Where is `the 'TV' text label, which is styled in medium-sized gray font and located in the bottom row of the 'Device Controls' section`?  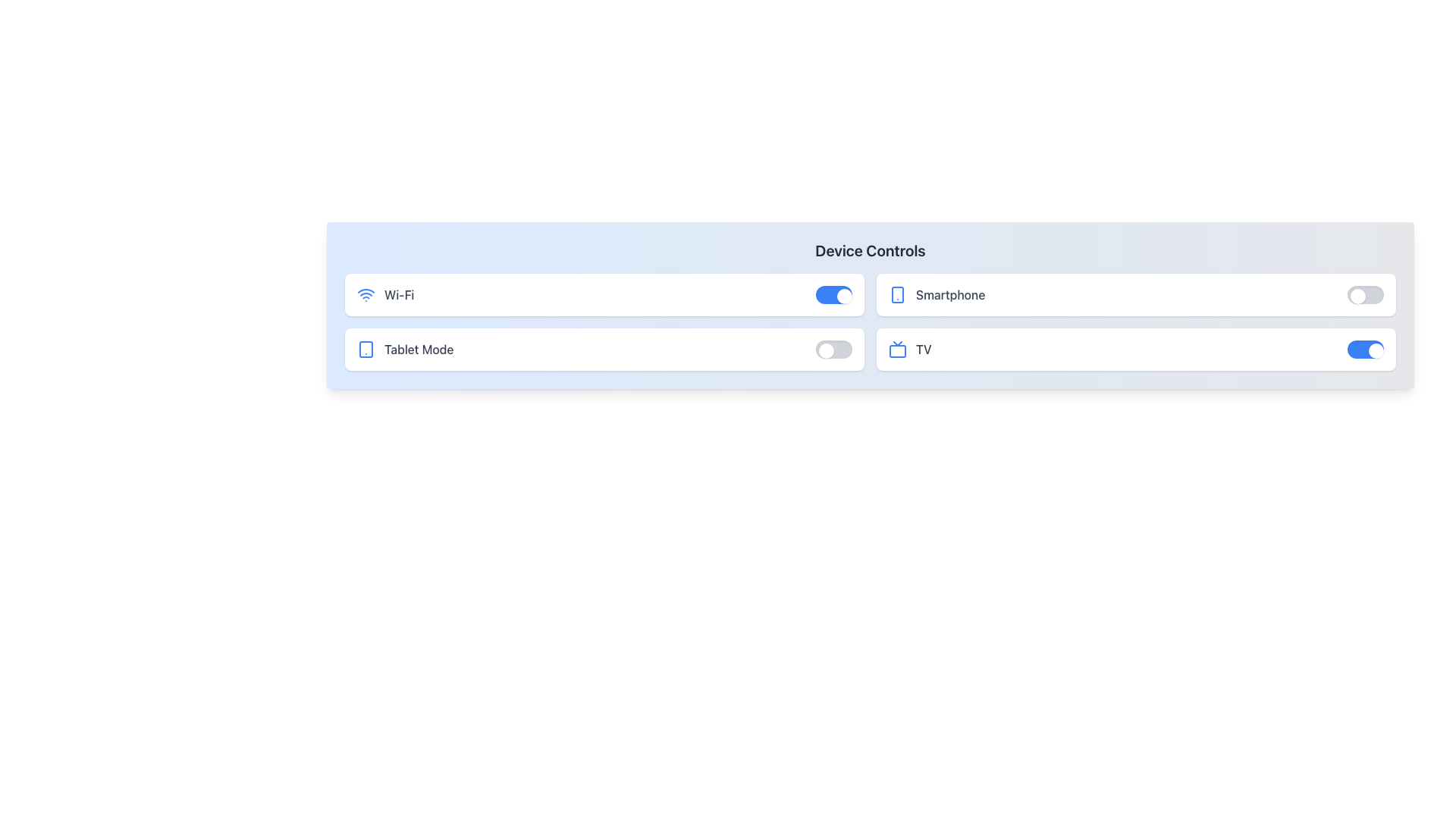
the 'TV' text label, which is styled in medium-sized gray font and located in the bottom row of the 'Device Controls' section is located at coordinates (923, 350).